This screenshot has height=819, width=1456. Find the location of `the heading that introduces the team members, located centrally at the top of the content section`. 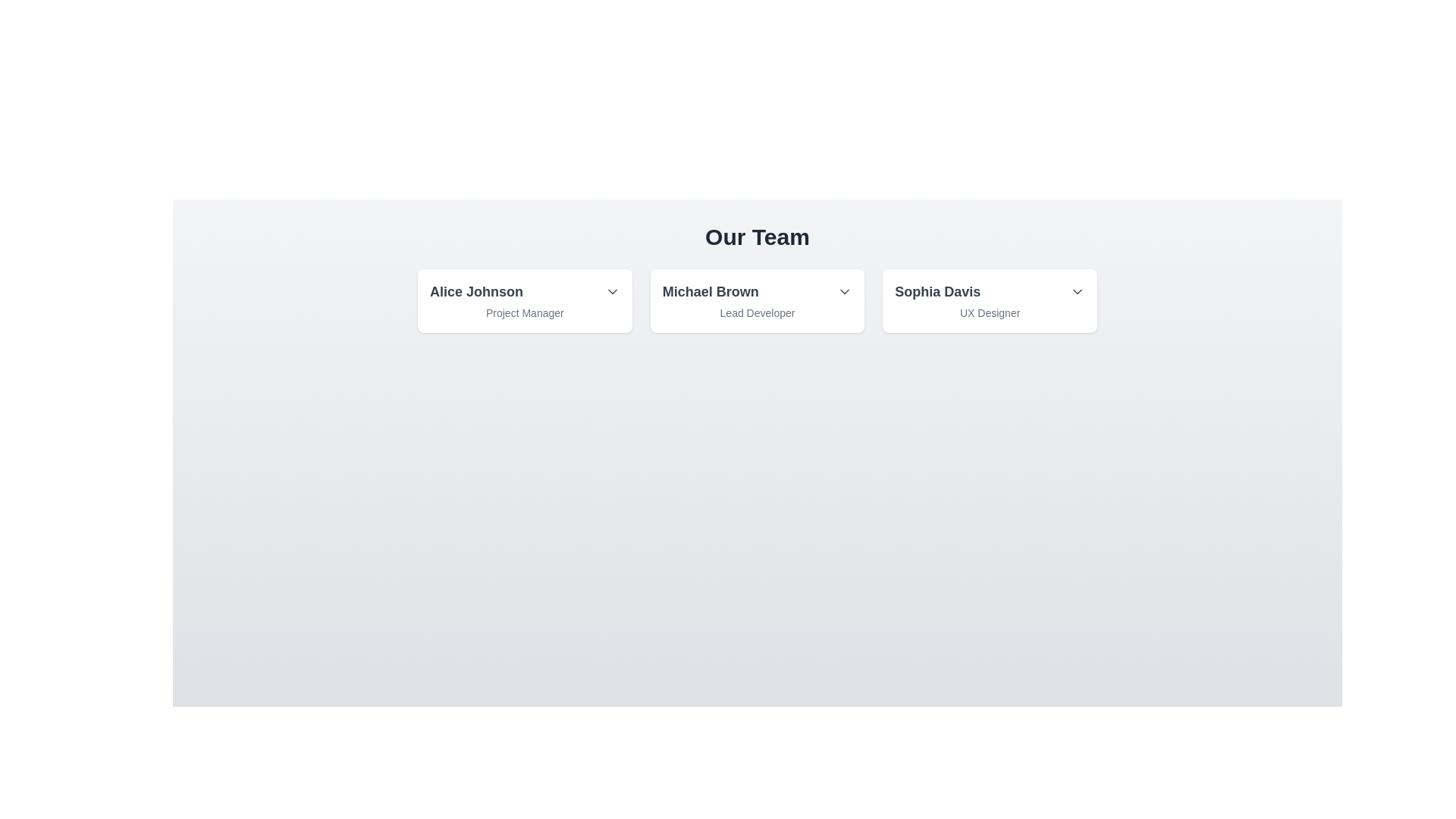

the heading that introduces the team members, located centrally at the top of the content section is located at coordinates (757, 237).